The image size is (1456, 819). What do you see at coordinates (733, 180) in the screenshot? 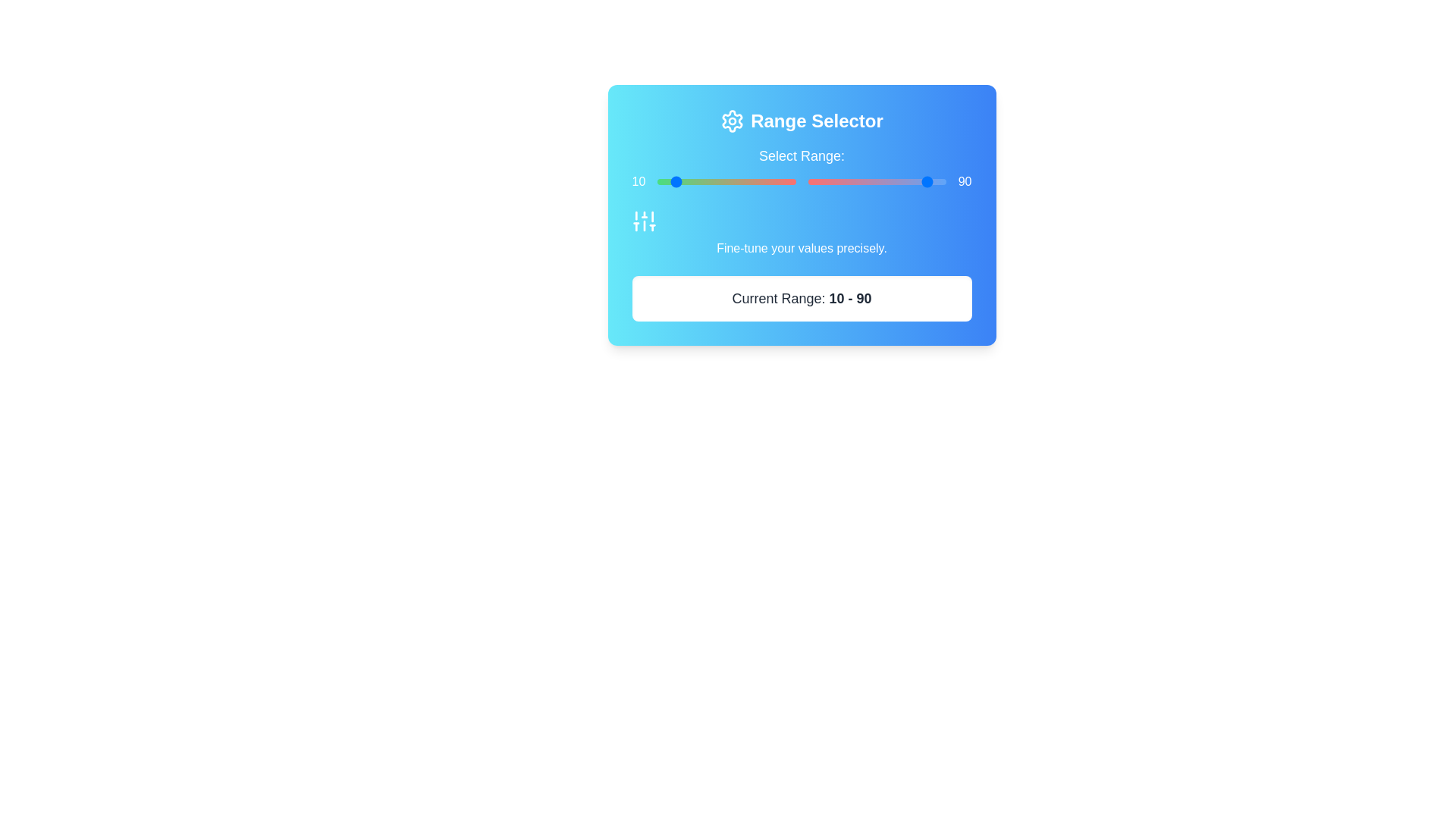
I see `the left range slider to set the starting value to 55` at bounding box center [733, 180].